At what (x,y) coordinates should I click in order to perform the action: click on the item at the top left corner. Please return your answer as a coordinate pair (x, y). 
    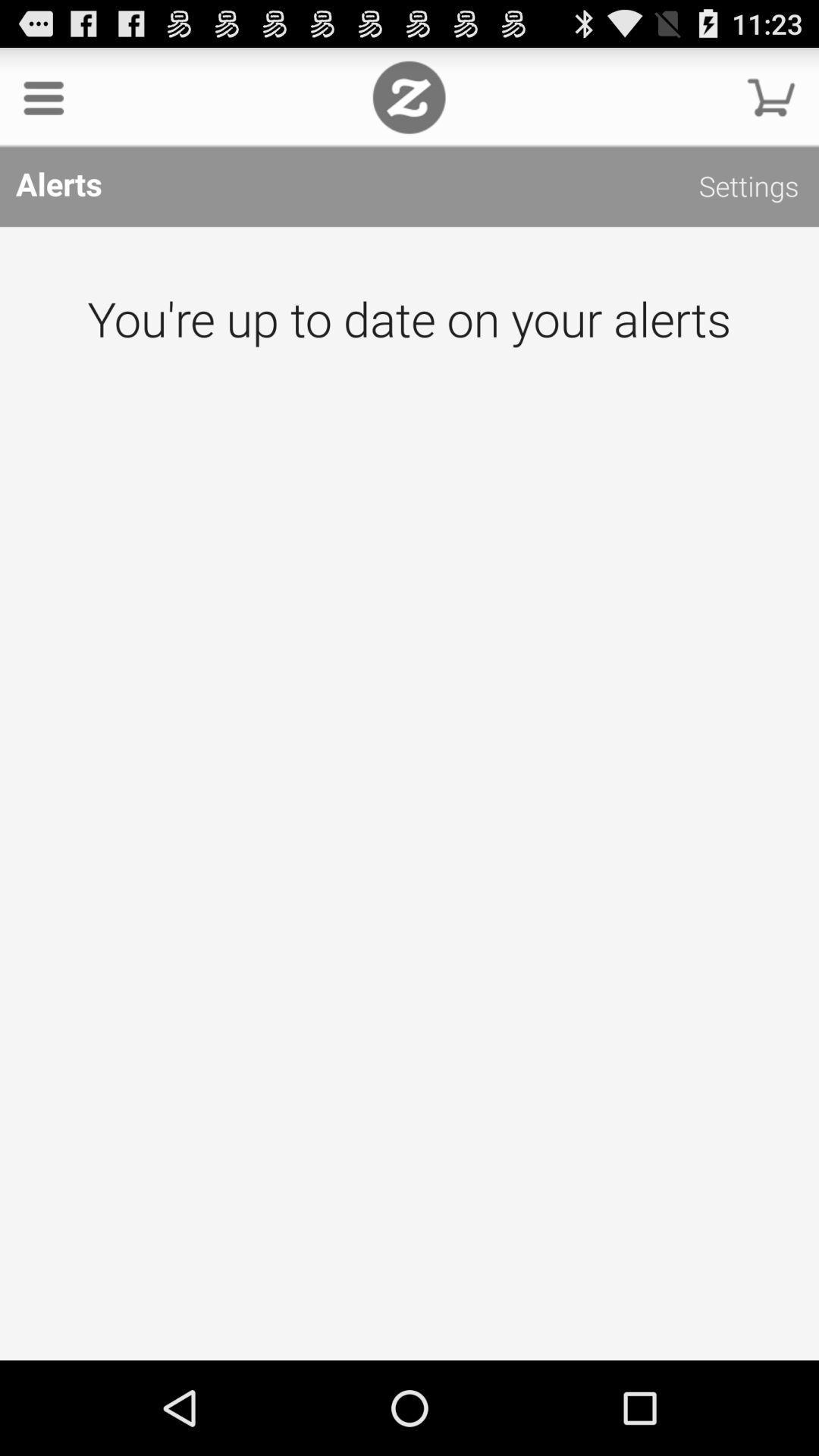
    Looking at the image, I should click on (42, 96).